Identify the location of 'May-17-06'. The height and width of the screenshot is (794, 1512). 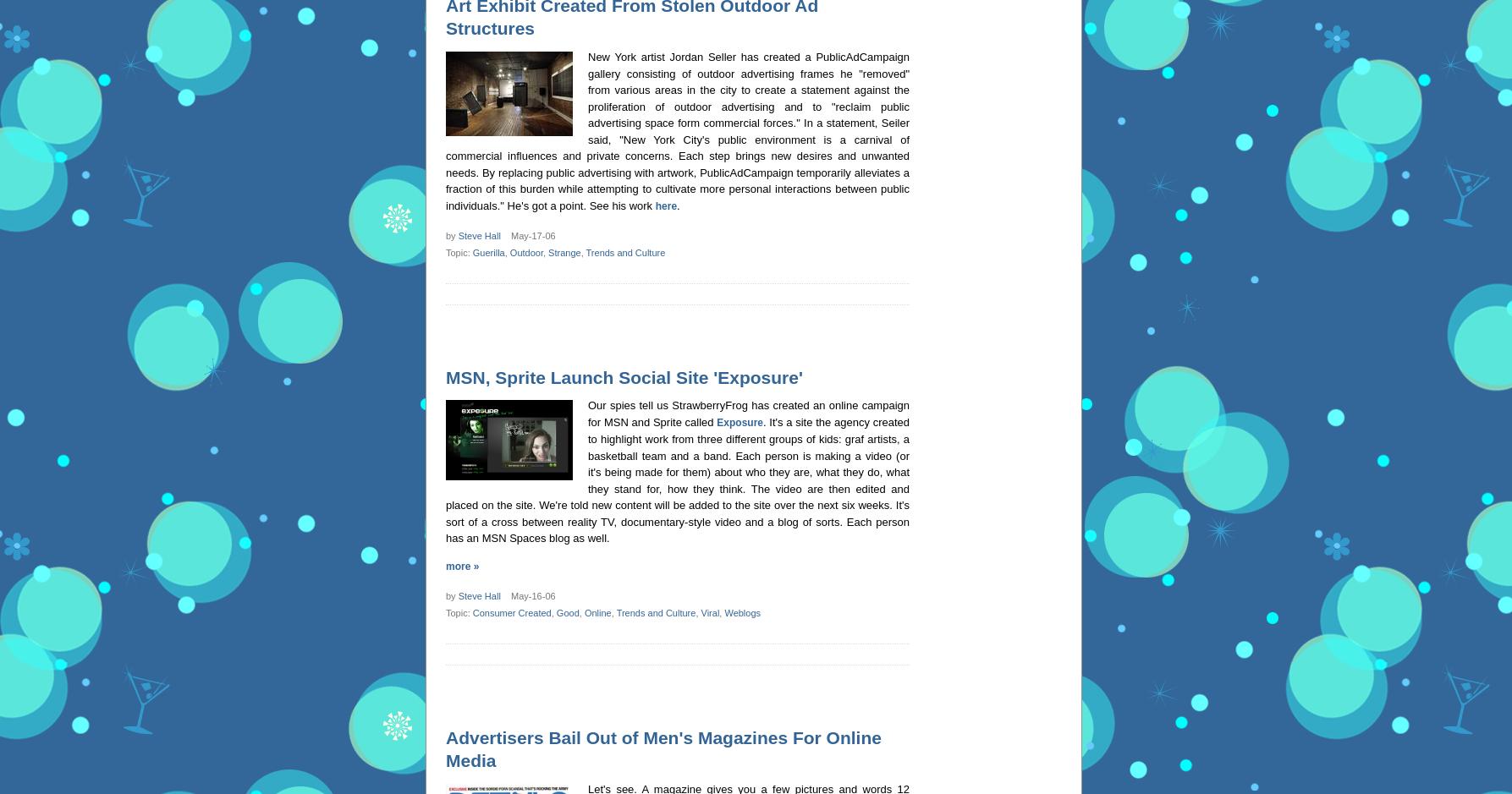
(530, 234).